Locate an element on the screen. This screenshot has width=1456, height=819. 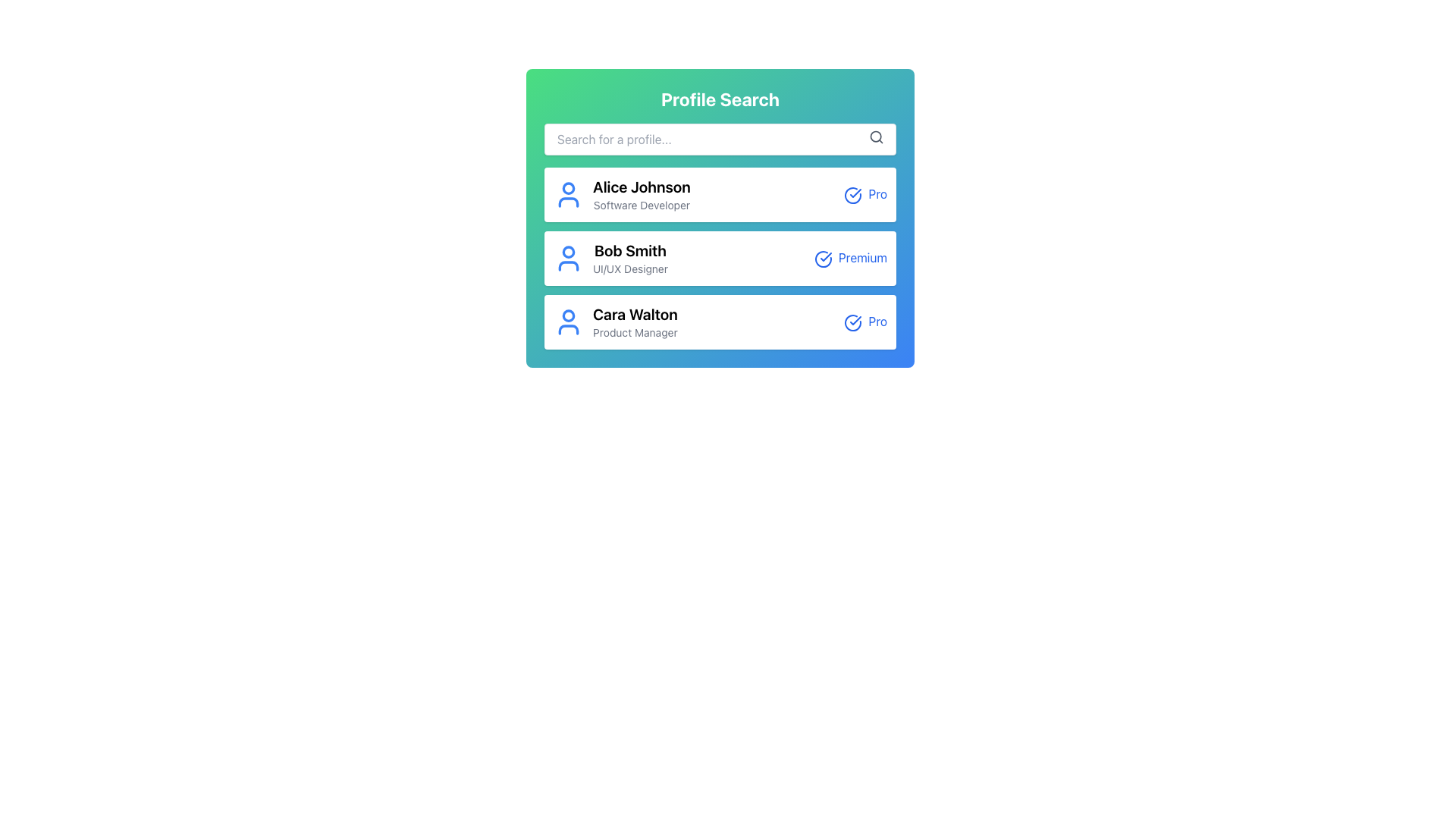
circular icon with a blue outline and checkmark, associated with the 'Premium' label next to 'Bob Smith' in the profile list is located at coordinates (822, 258).